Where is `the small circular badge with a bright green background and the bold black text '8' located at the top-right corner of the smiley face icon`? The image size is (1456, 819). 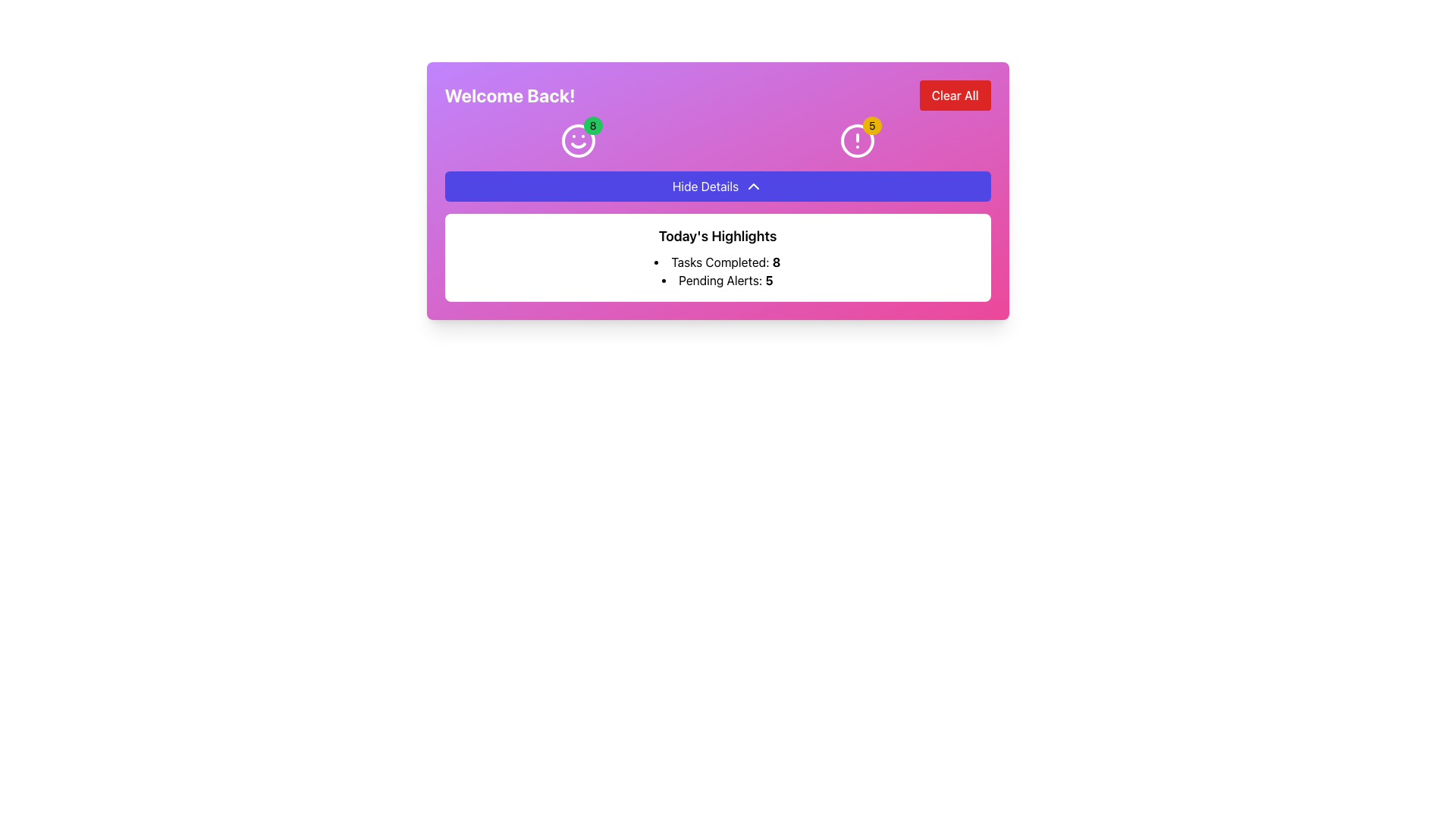
the small circular badge with a bright green background and the bold black text '8' located at the top-right corner of the smiley face icon is located at coordinates (592, 124).